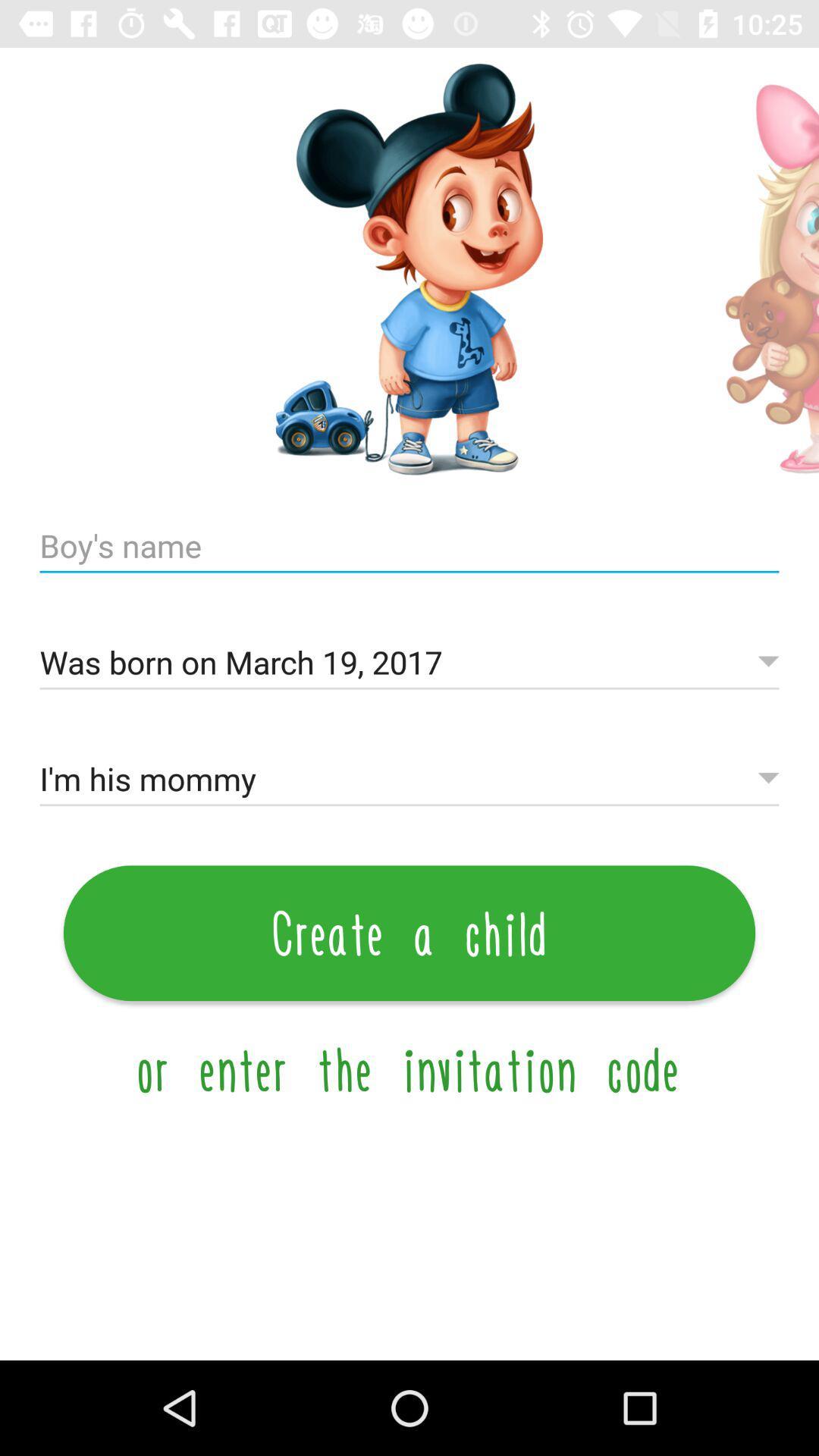 This screenshot has width=819, height=1456. I want to click on the item above the was born on, so click(409, 546).